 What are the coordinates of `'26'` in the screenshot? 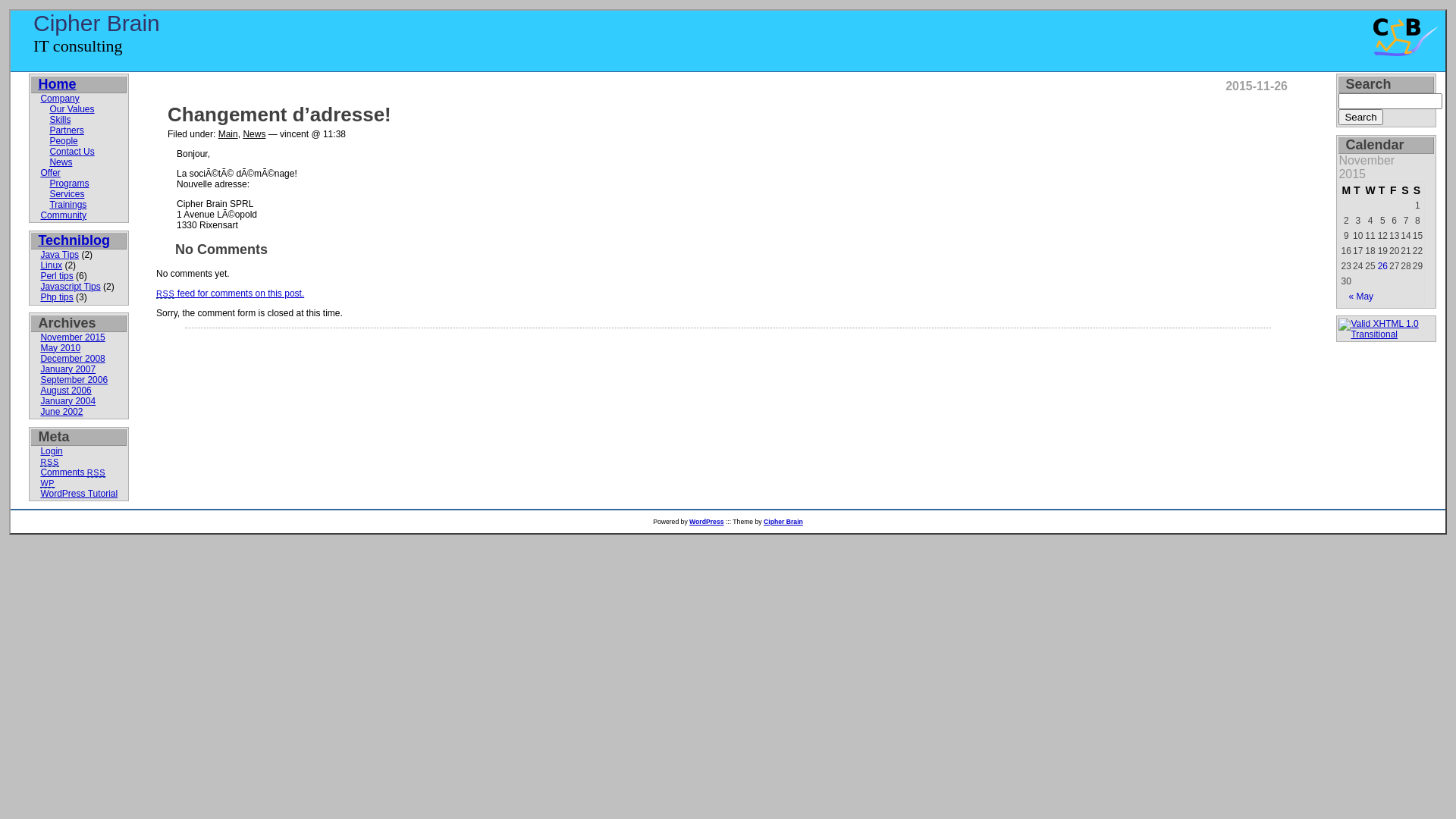 It's located at (1378, 265).